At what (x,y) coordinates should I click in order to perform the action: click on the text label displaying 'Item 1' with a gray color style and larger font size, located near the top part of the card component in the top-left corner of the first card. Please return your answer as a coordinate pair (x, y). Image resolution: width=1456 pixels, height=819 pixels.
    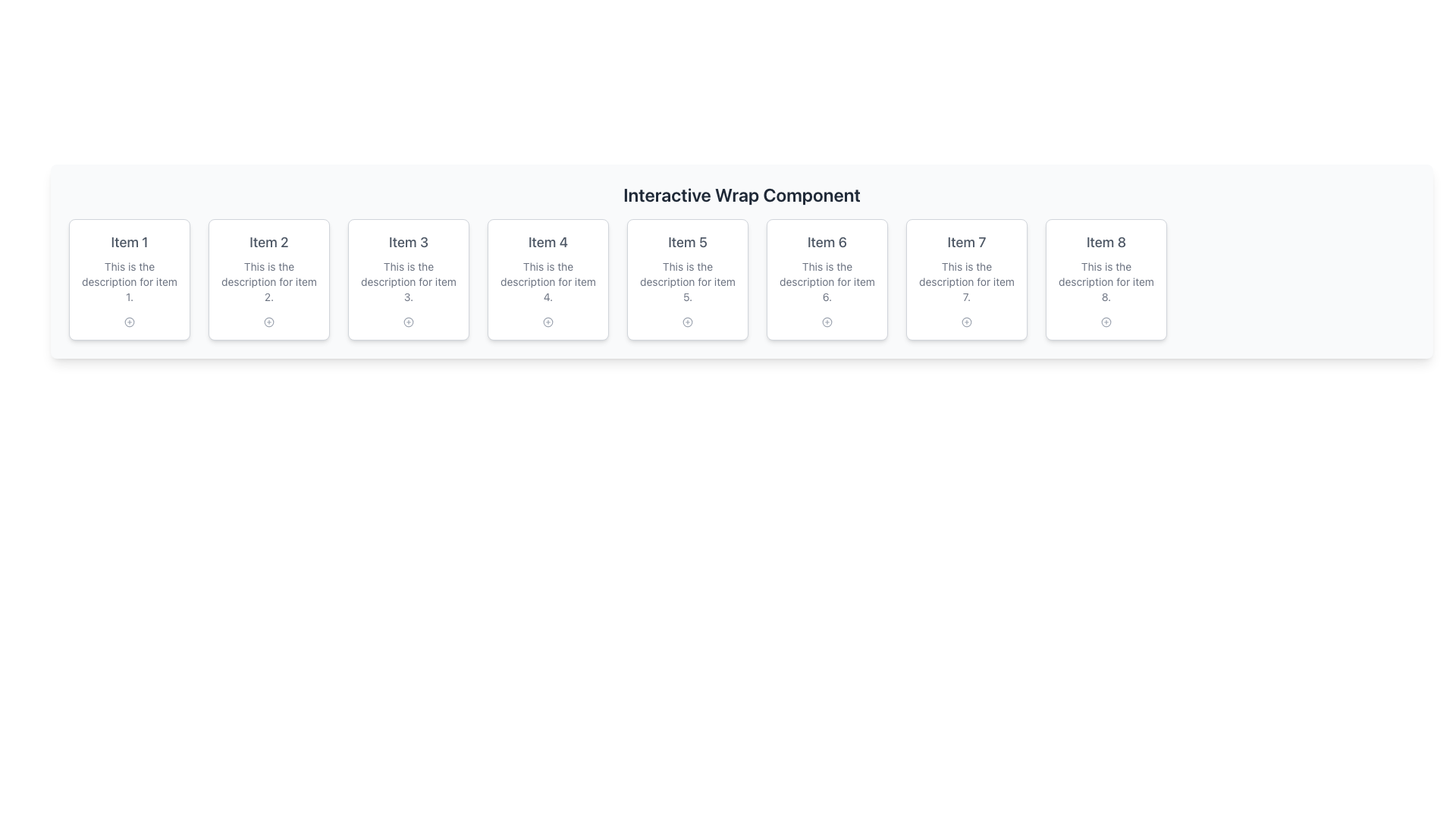
    Looking at the image, I should click on (130, 242).